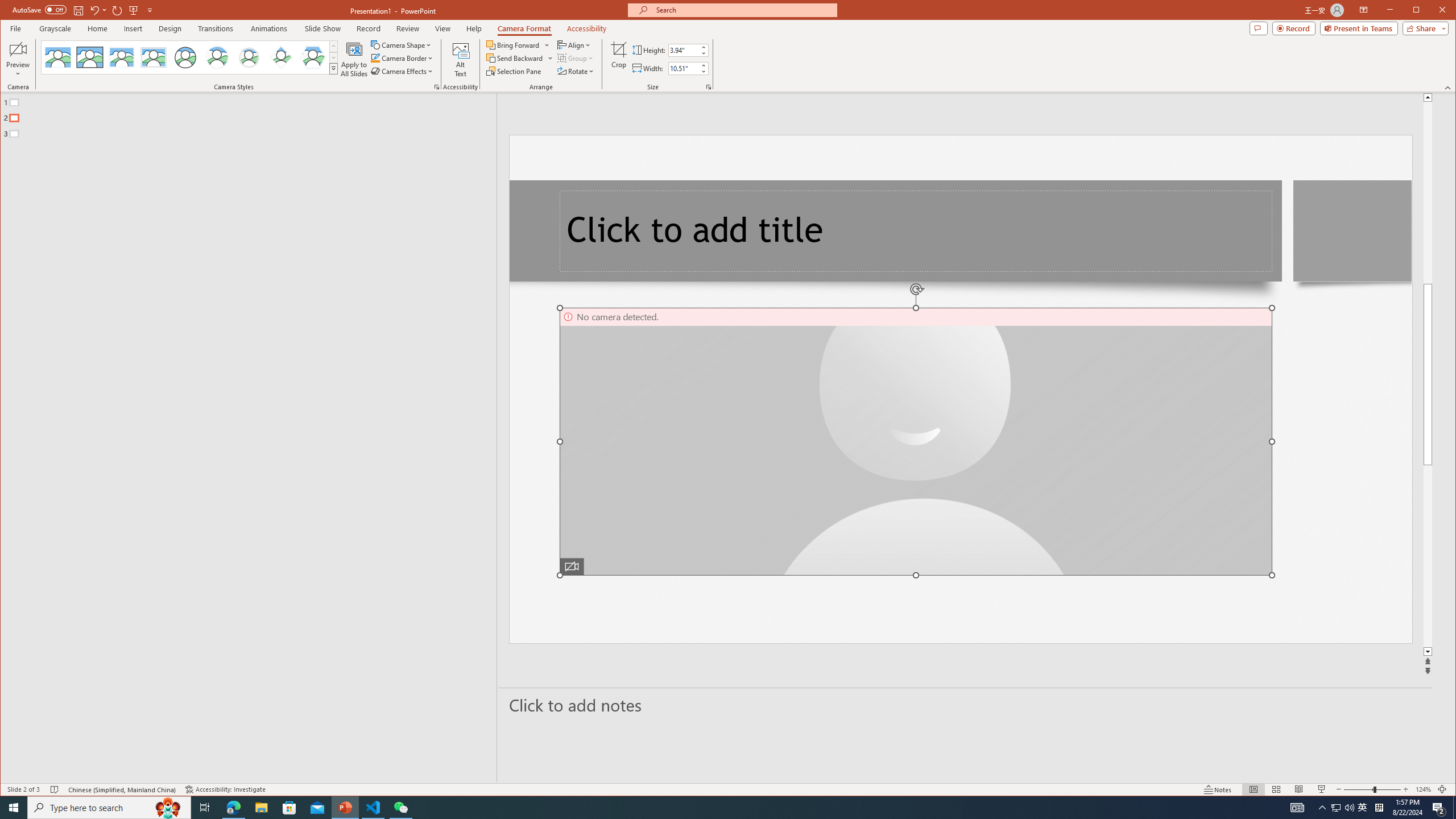  Describe the element at coordinates (77, 9) in the screenshot. I see `'Save'` at that location.